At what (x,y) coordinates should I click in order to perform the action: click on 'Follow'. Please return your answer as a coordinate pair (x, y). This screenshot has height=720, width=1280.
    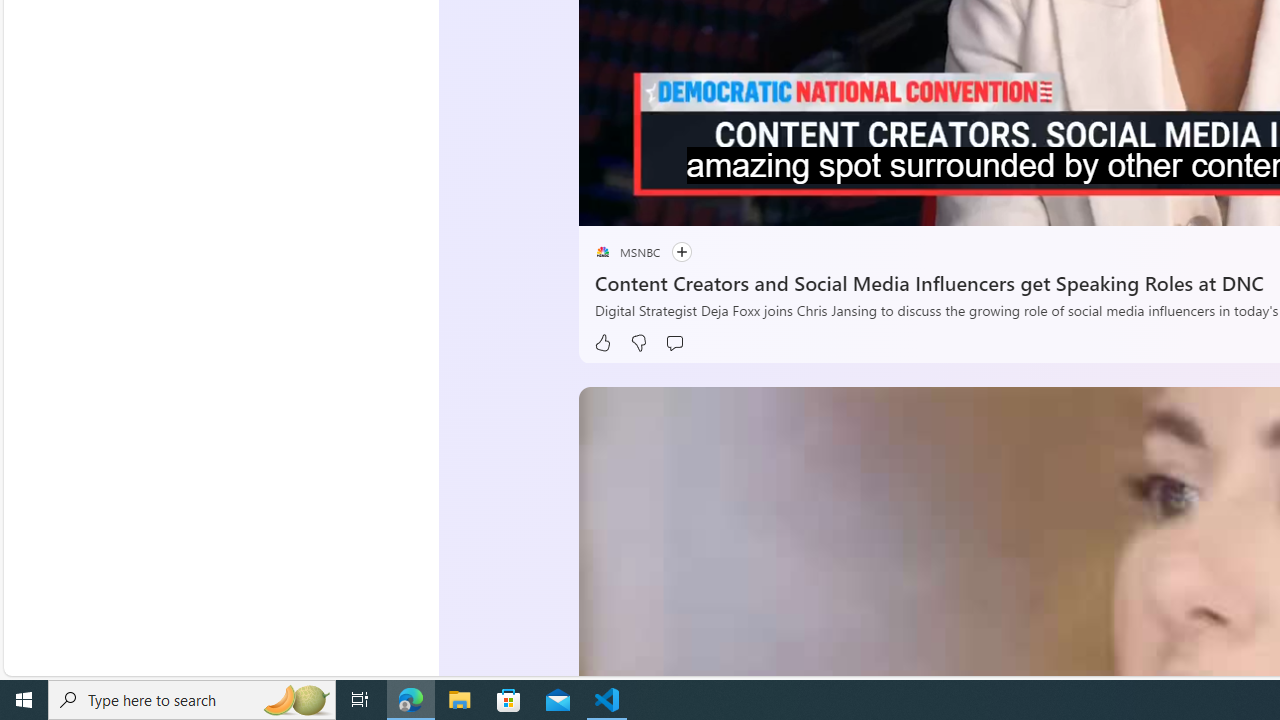
    Looking at the image, I should click on (671, 251).